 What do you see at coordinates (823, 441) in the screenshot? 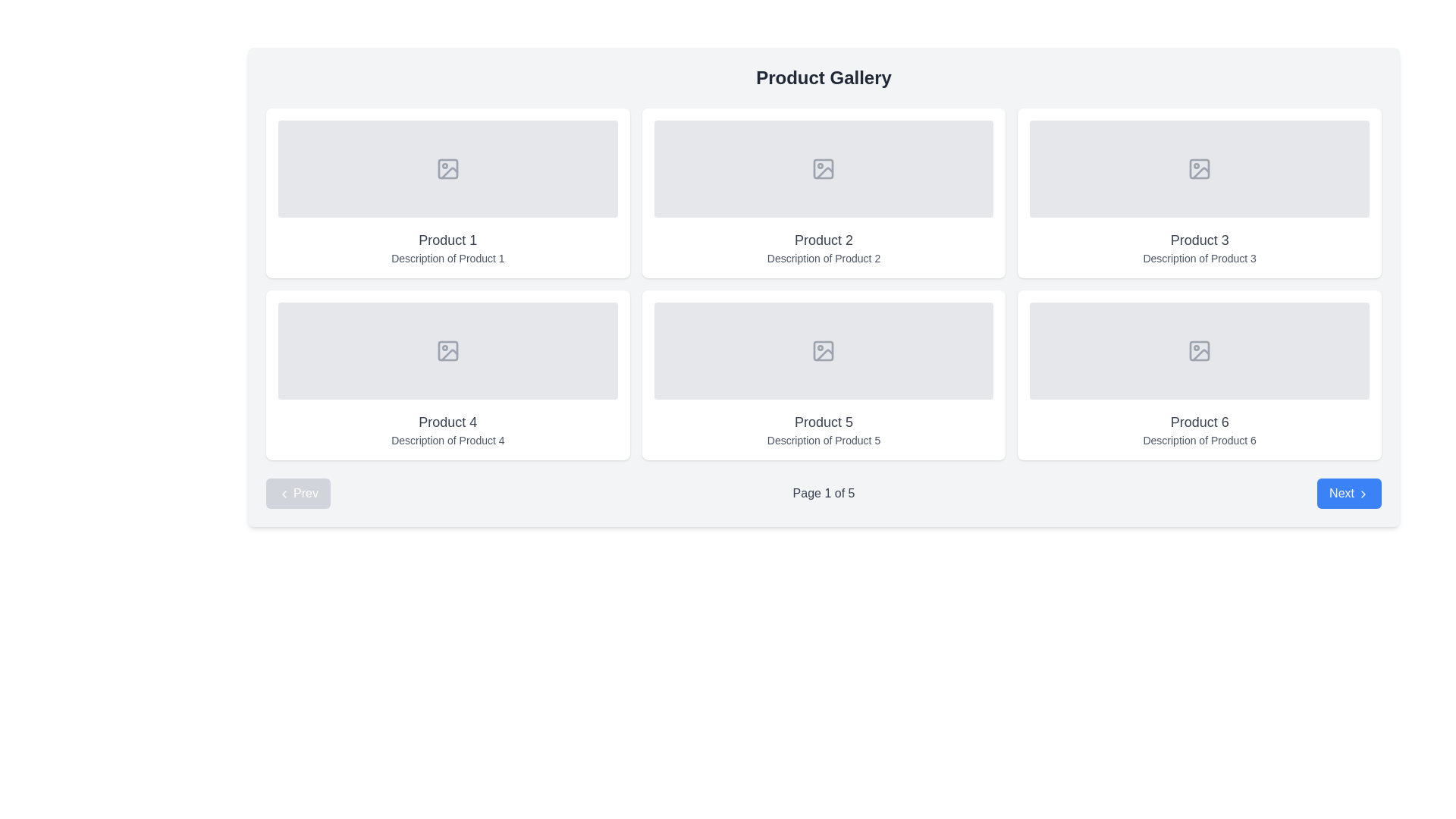
I see `the text label that displays 'Description of Product 5', which is styled with a gray font color and located beneath the title 'Product 5'` at bounding box center [823, 441].